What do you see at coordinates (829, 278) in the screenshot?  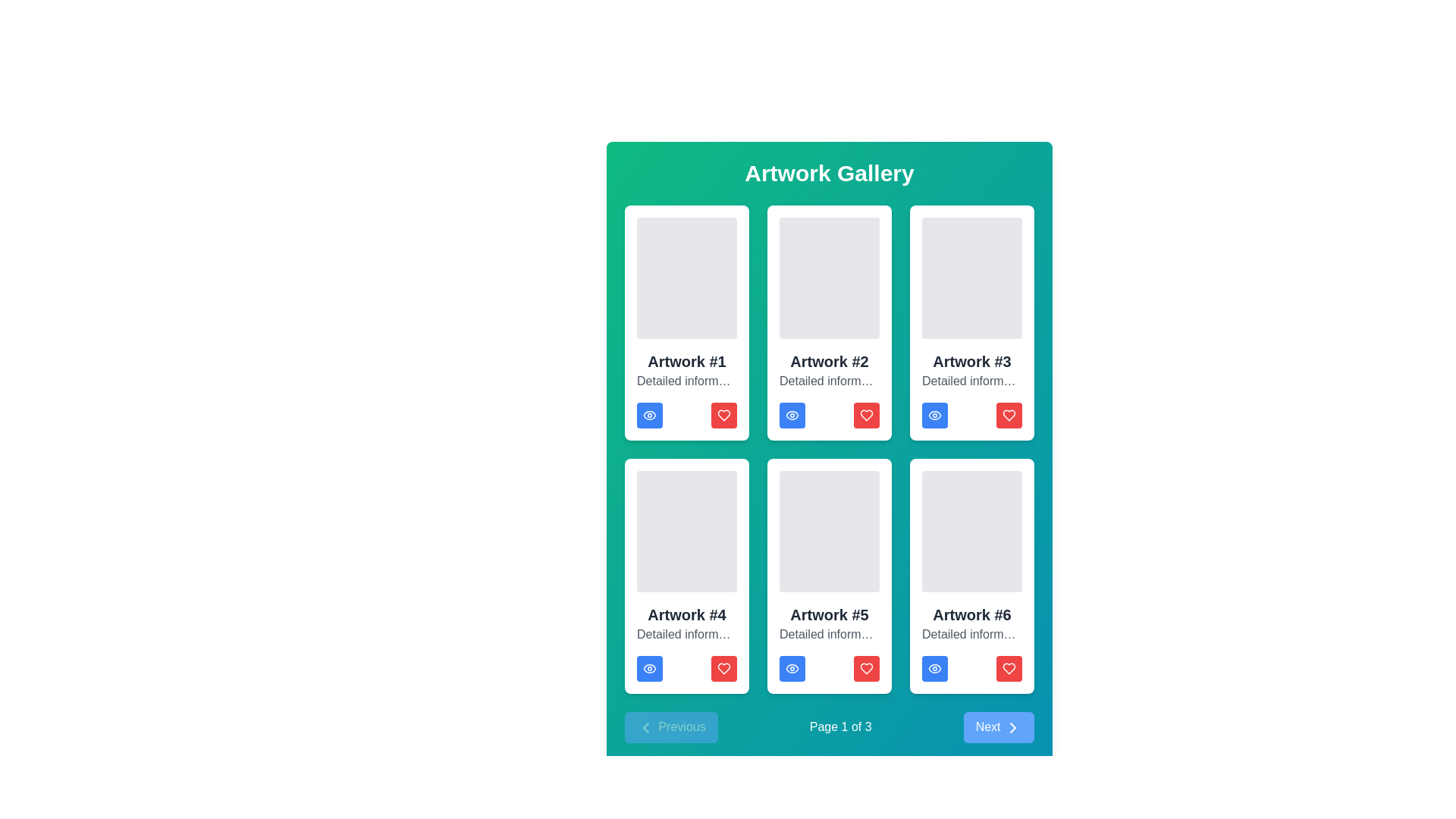 I see `the light gray rectangular image placeholder with rounded edges located at the top of the card labeled 'Artwork #2'` at bounding box center [829, 278].